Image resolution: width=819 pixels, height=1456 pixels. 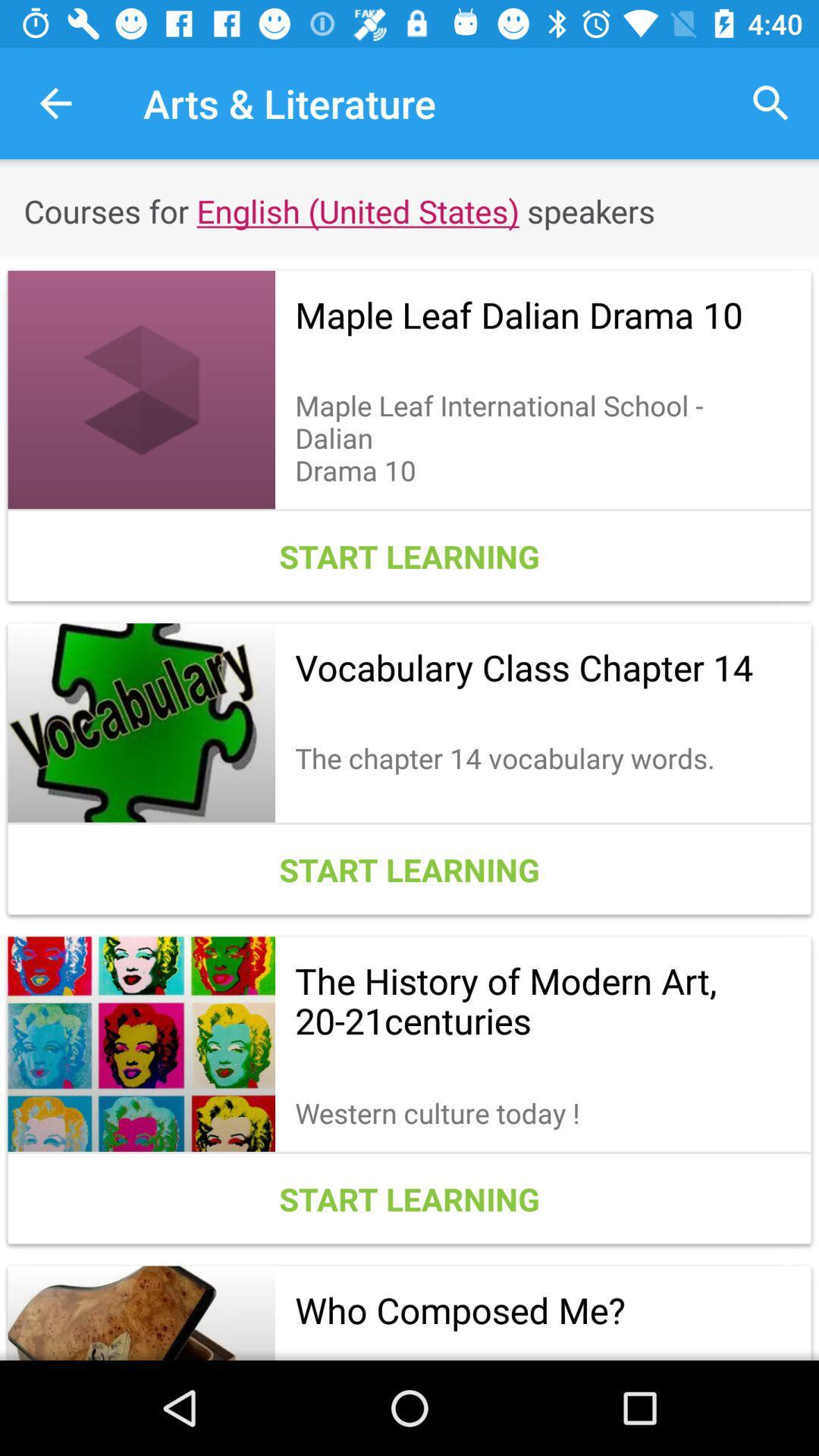 What do you see at coordinates (409, 210) in the screenshot?
I see `the courses for english` at bounding box center [409, 210].